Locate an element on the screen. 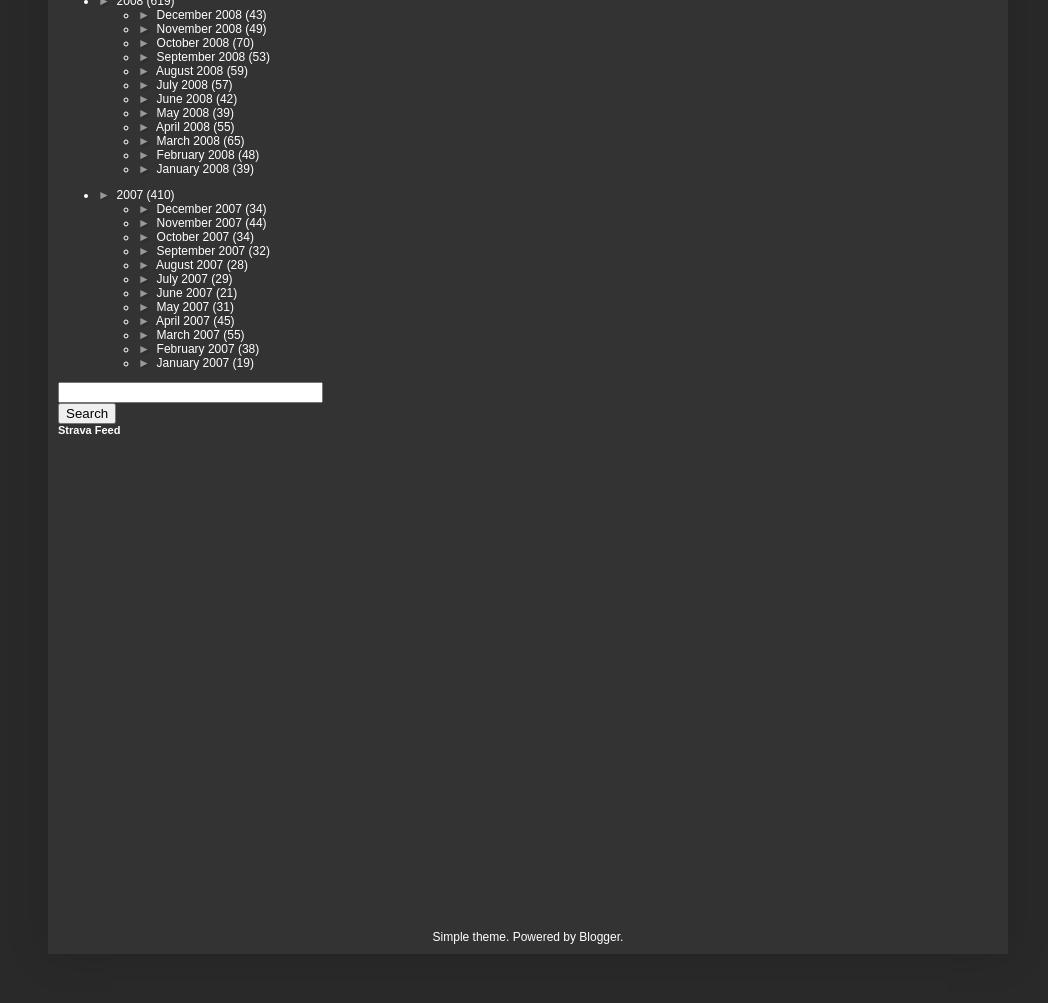  '(32)' is located at coordinates (247, 250).